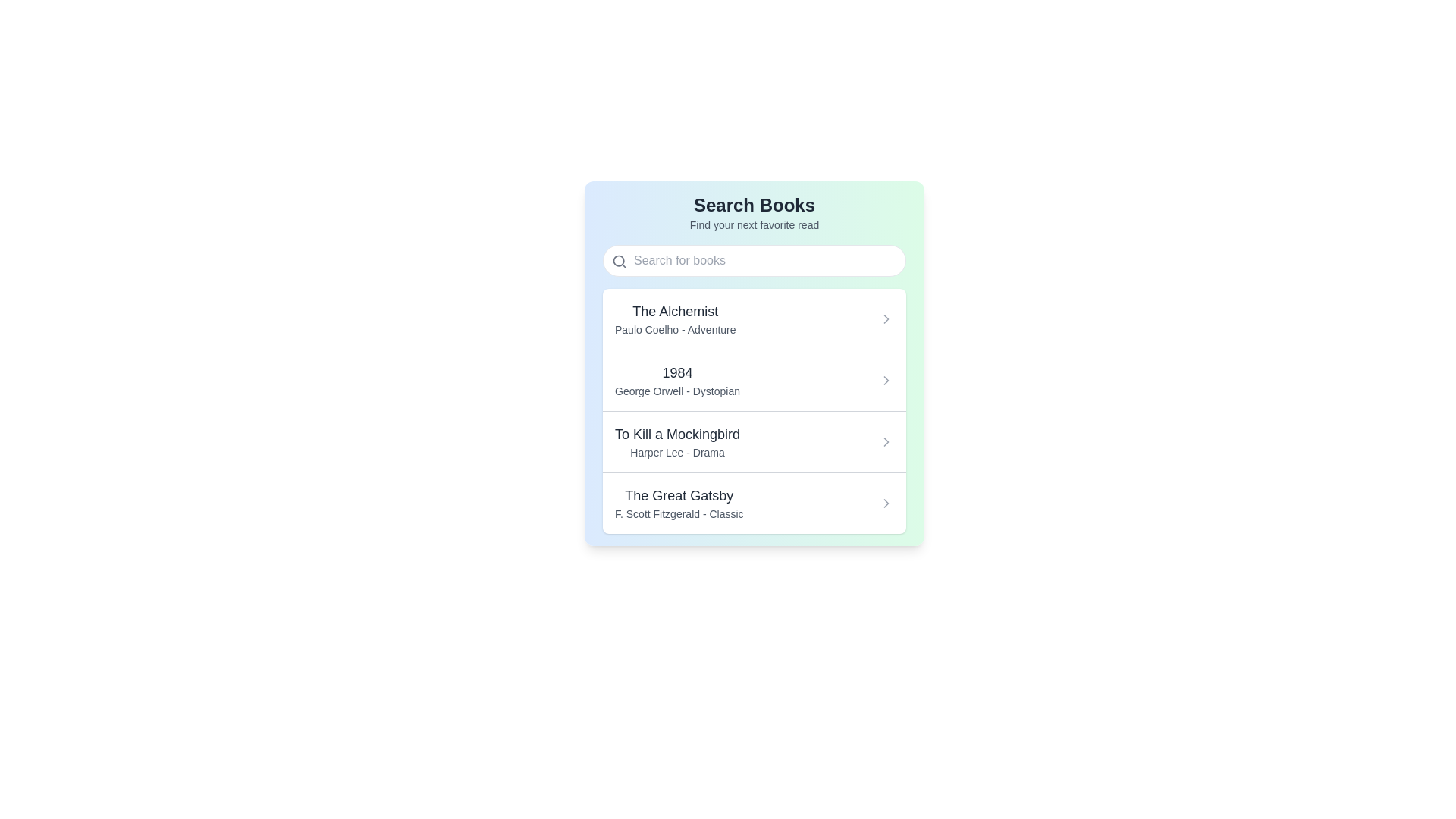 The width and height of the screenshot is (1456, 819). Describe the element at coordinates (886, 441) in the screenshot. I see `the right-facing gray chevron icon located at the far right of the row labeled 'To Kill a Mockingbird Harper Lee - Drama'` at that location.